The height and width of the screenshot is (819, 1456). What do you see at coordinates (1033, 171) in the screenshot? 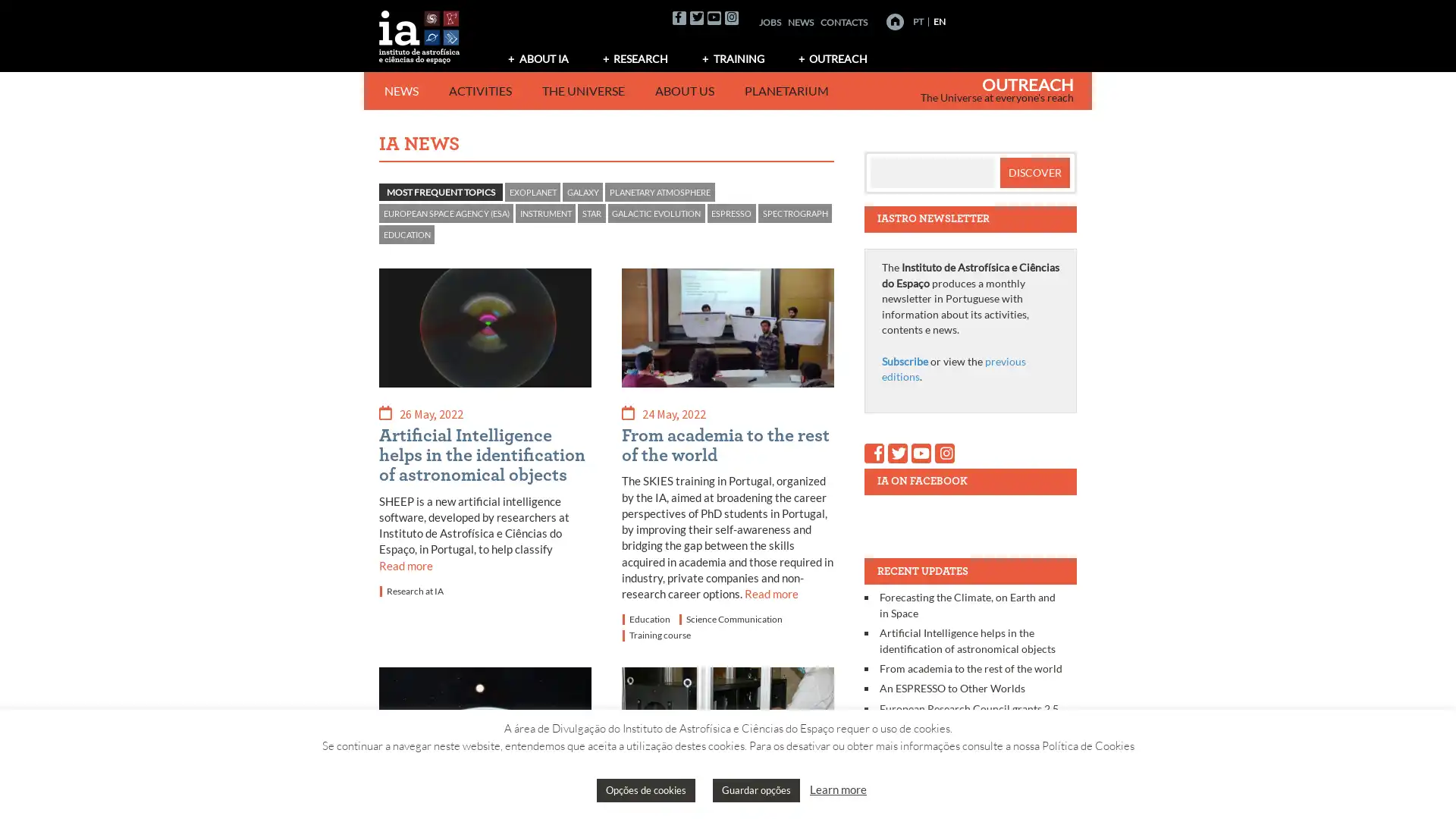
I see `Discover` at bounding box center [1033, 171].